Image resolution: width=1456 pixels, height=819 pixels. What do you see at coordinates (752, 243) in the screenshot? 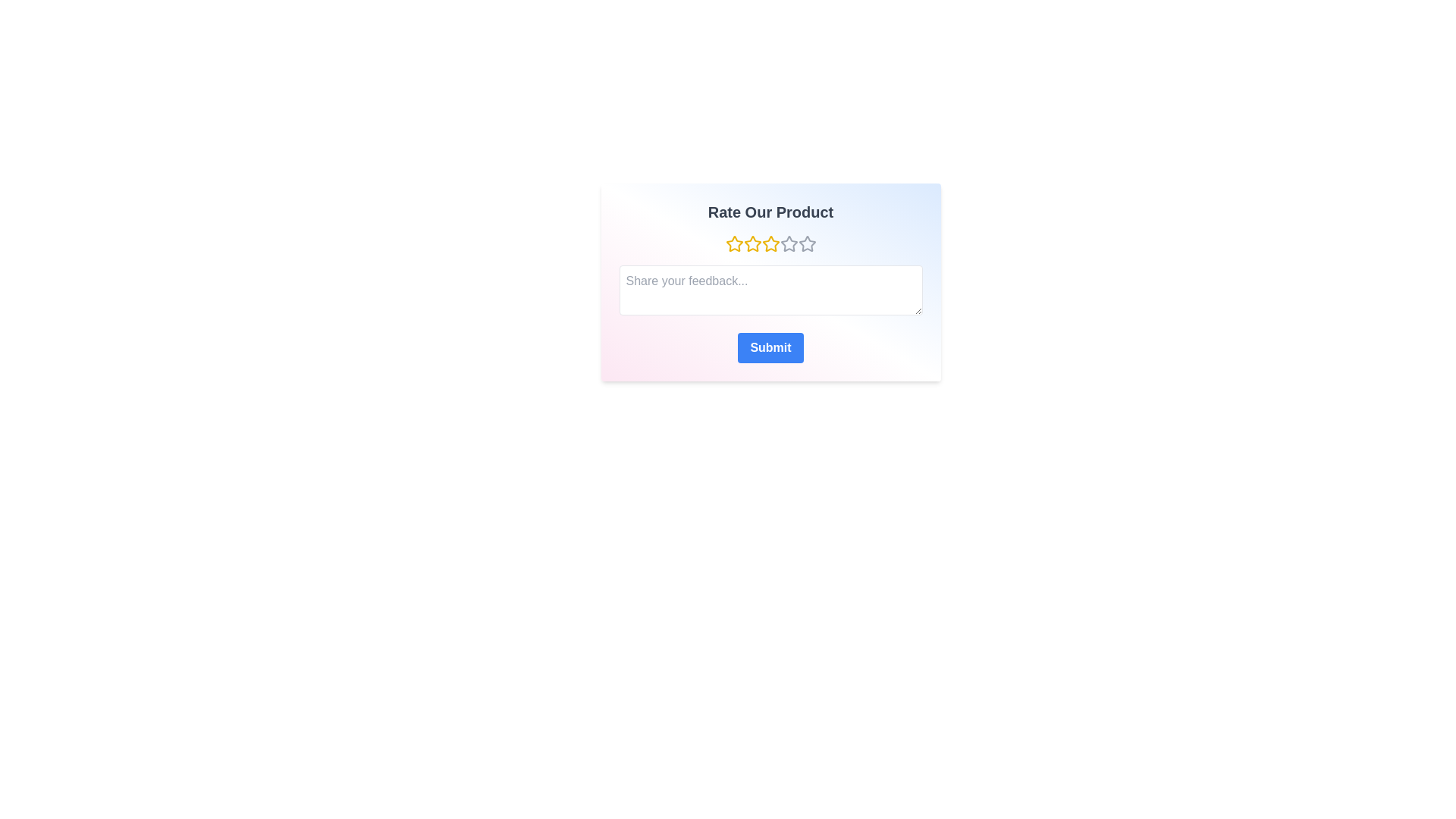
I see `the star representing 2 to set the rating` at bounding box center [752, 243].